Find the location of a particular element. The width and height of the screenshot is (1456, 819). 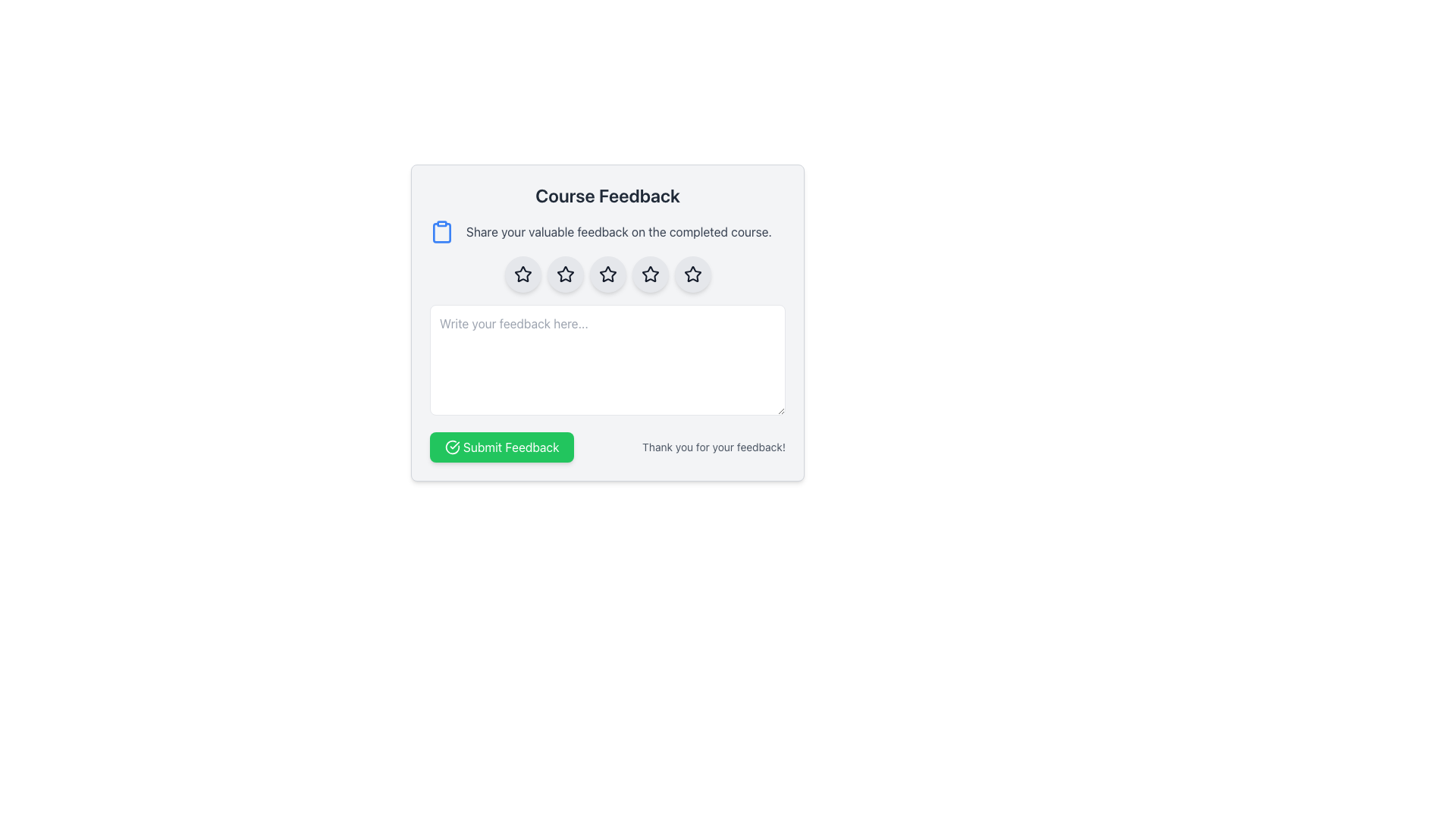

the second star rating button in the five-star feedback system is located at coordinates (522, 275).